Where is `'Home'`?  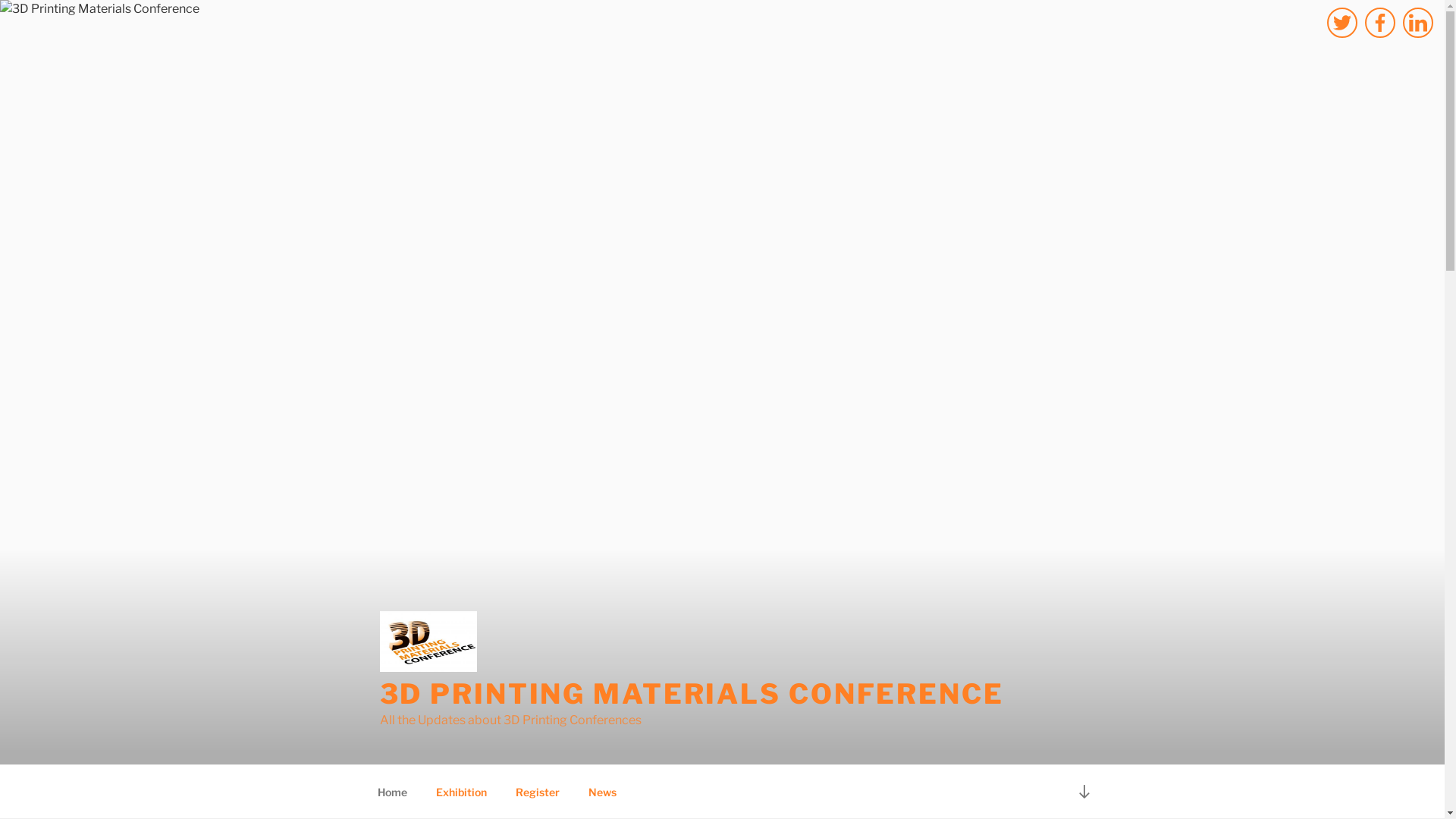 'Home' is located at coordinates (392, 791).